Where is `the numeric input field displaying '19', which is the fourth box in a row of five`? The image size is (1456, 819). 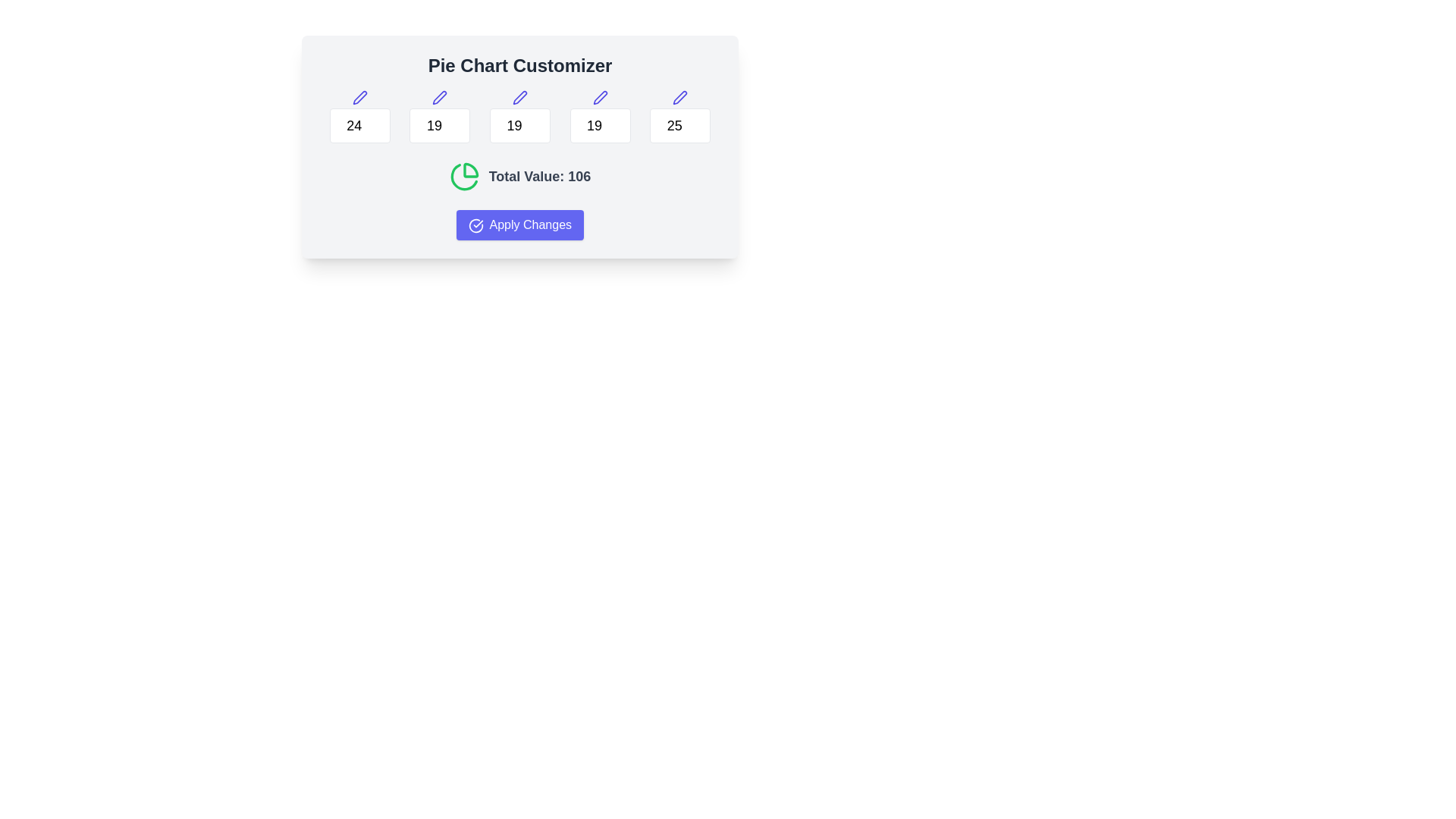 the numeric input field displaying '19', which is the fourth box in a row of five is located at coordinates (599, 124).